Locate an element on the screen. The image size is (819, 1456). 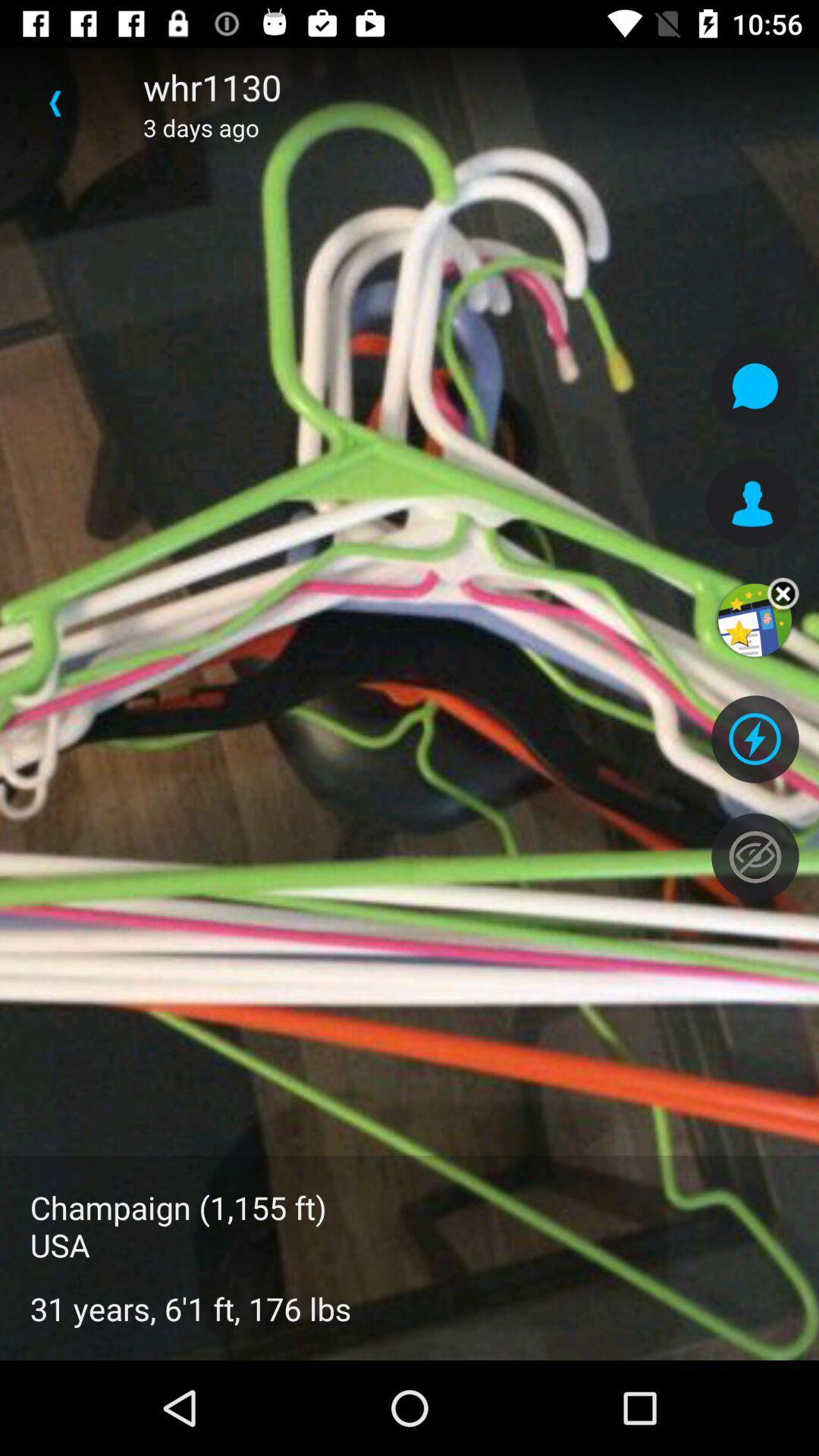
the visibility icon is located at coordinates (755, 857).